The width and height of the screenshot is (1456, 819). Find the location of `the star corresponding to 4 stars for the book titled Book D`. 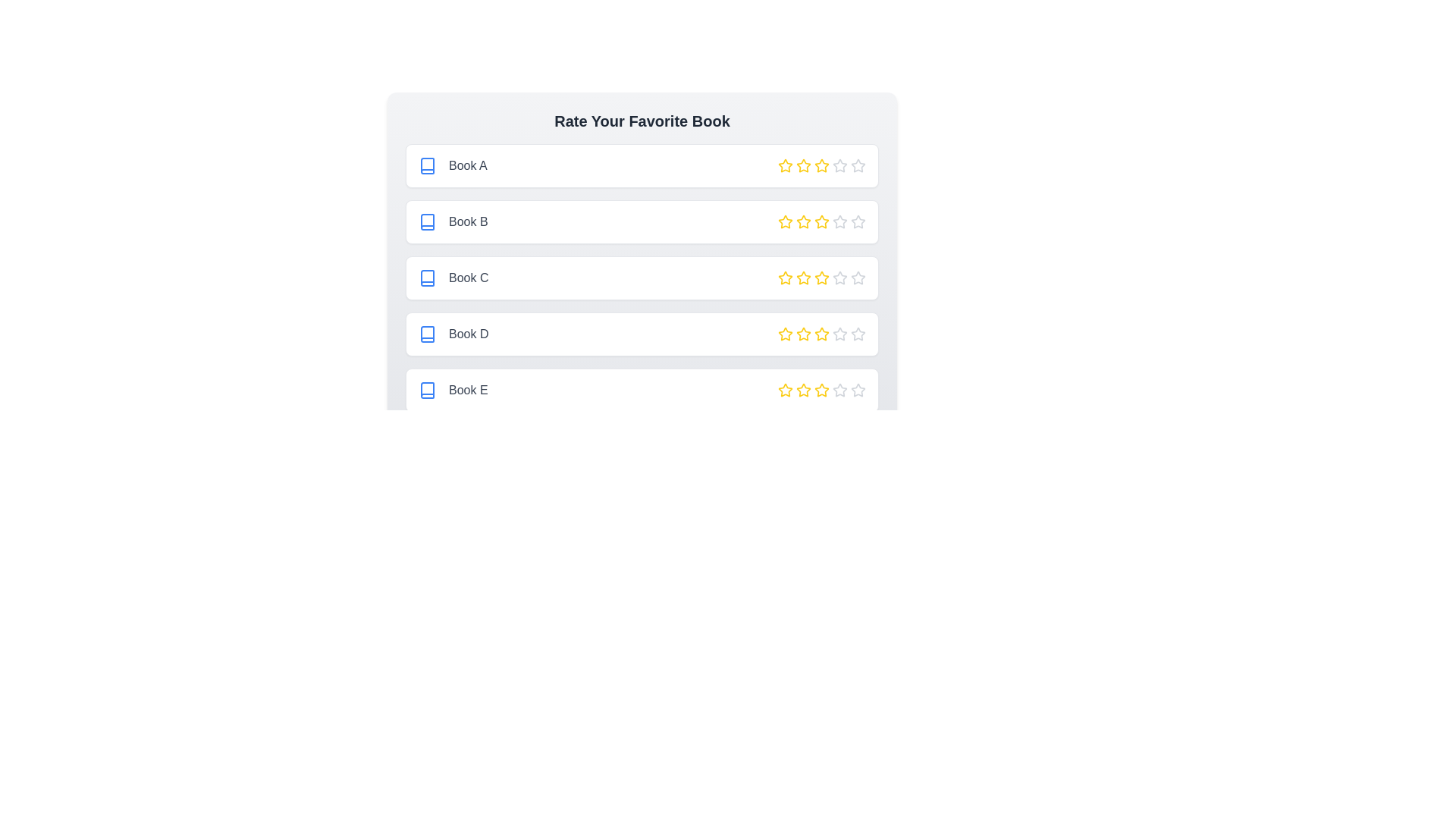

the star corresponding to 4 stars for the book titled Book D is located at coordinates (839, 333).